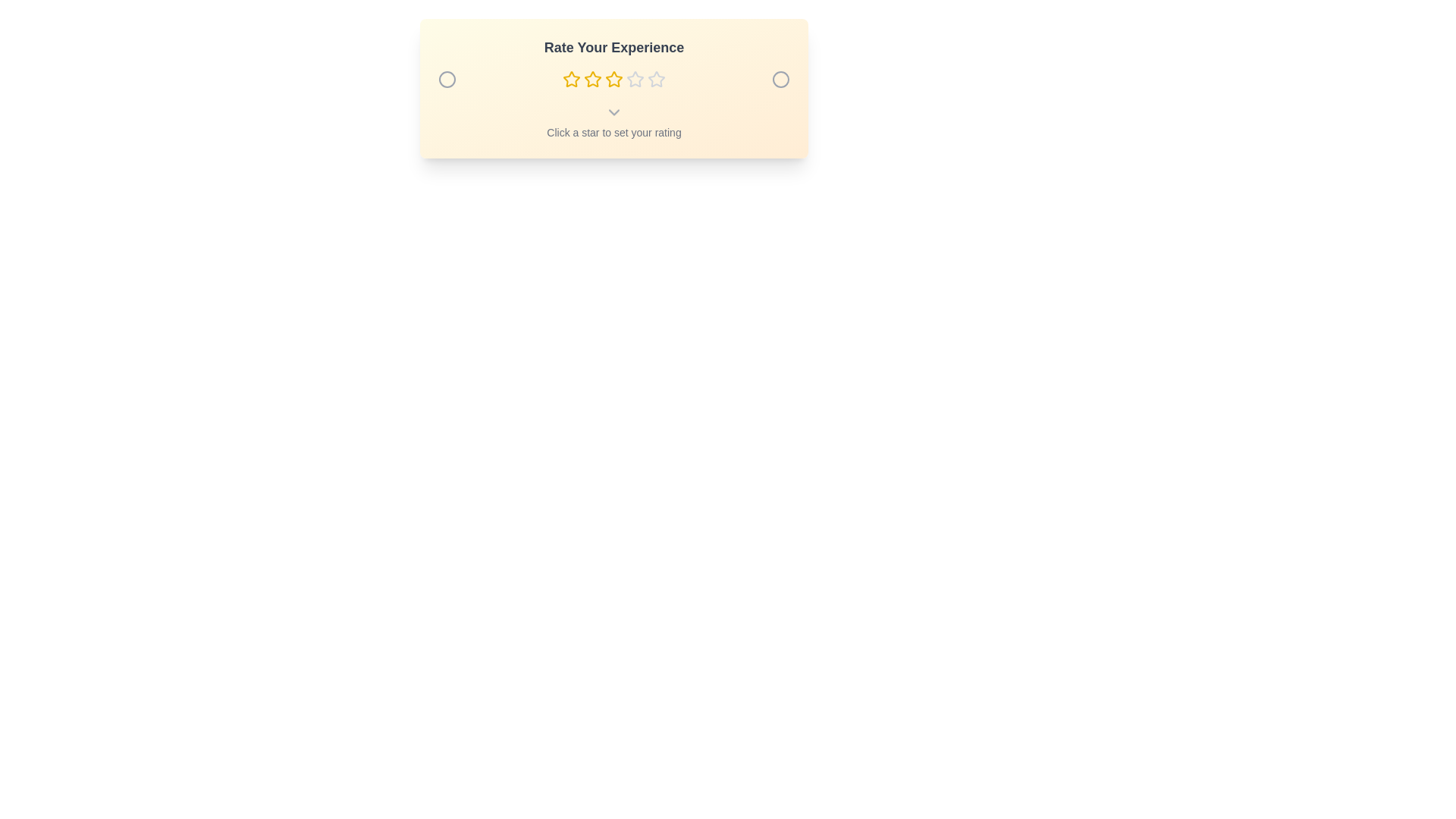 This screenshot has height=819, width=1456. Describe the element at coordinates (592, 79) in the screenshot. I see `the star representing the desired rating 2` at that location.